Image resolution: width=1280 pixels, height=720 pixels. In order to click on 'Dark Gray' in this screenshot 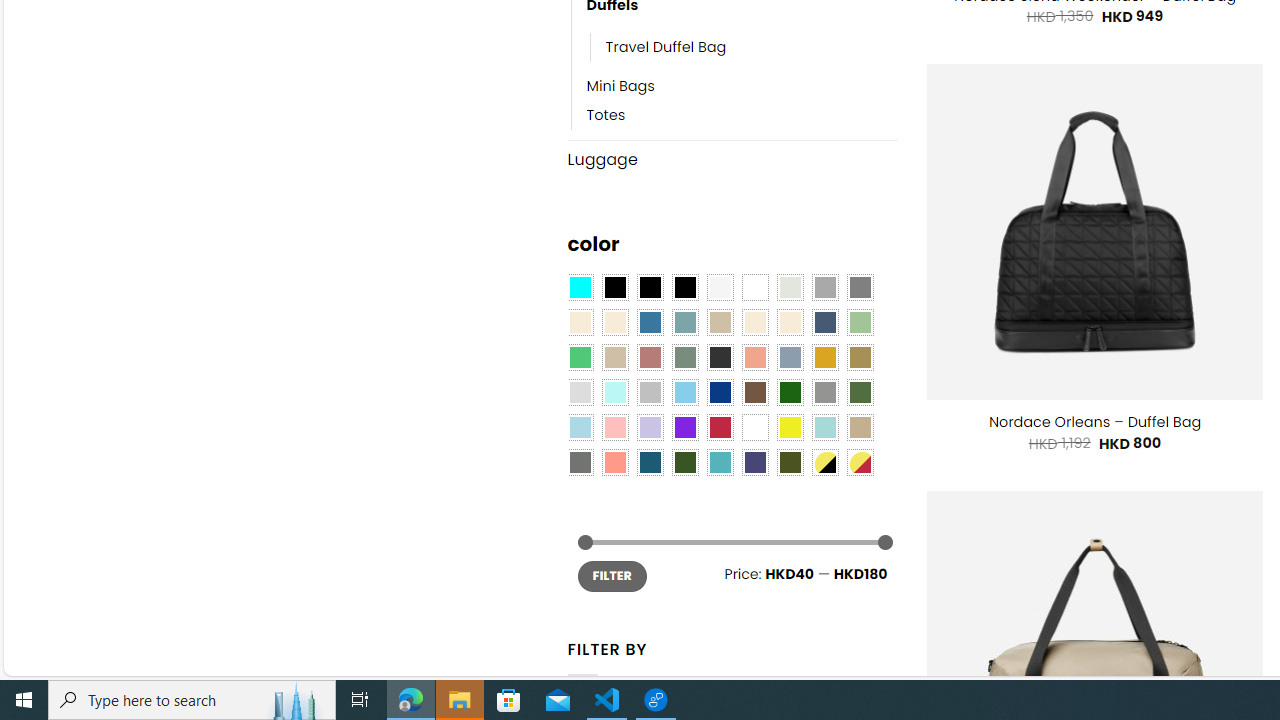, I will do `click(824, 288)`.